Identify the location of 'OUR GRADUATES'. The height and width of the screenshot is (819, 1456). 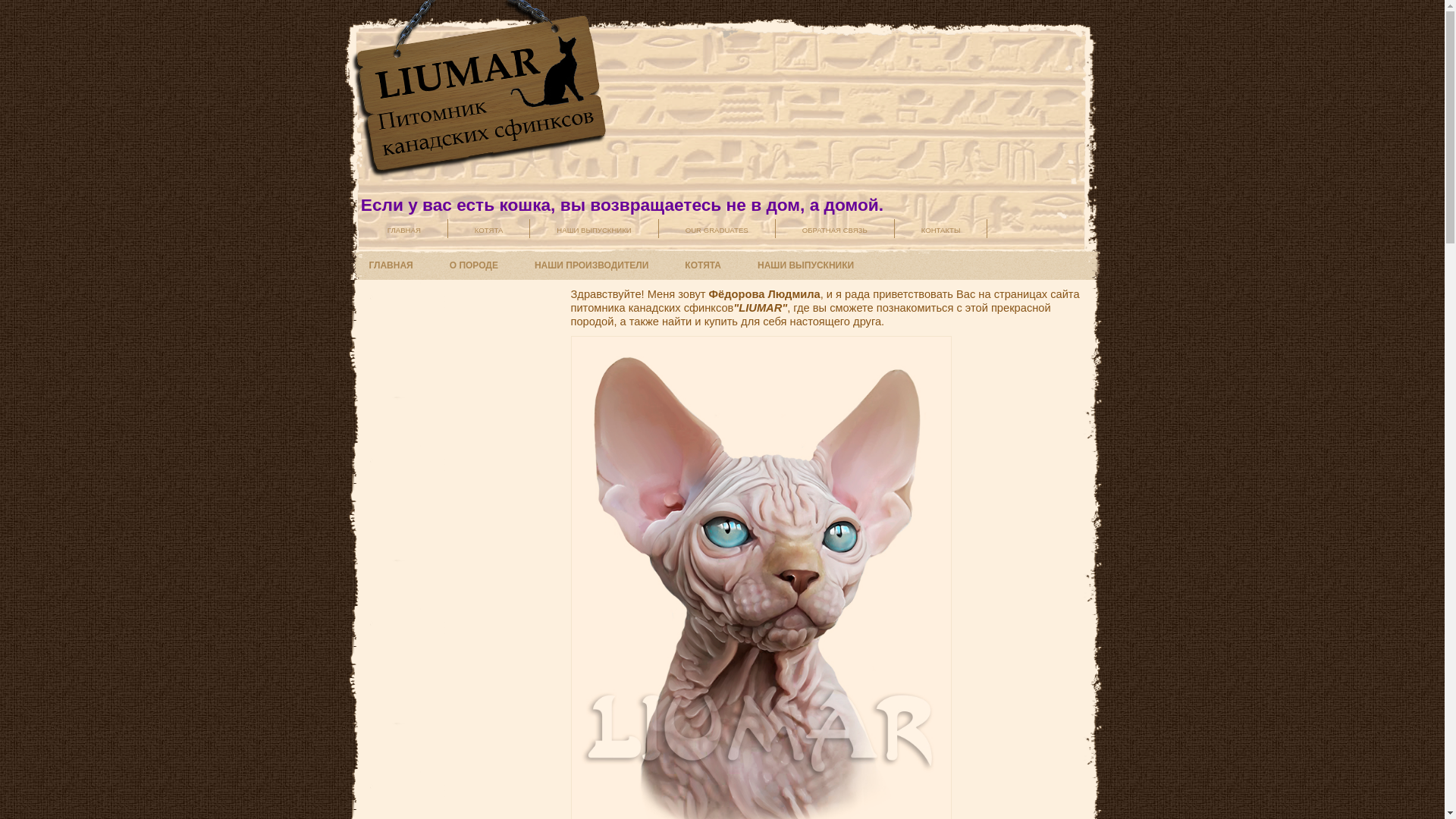
(716, 228).